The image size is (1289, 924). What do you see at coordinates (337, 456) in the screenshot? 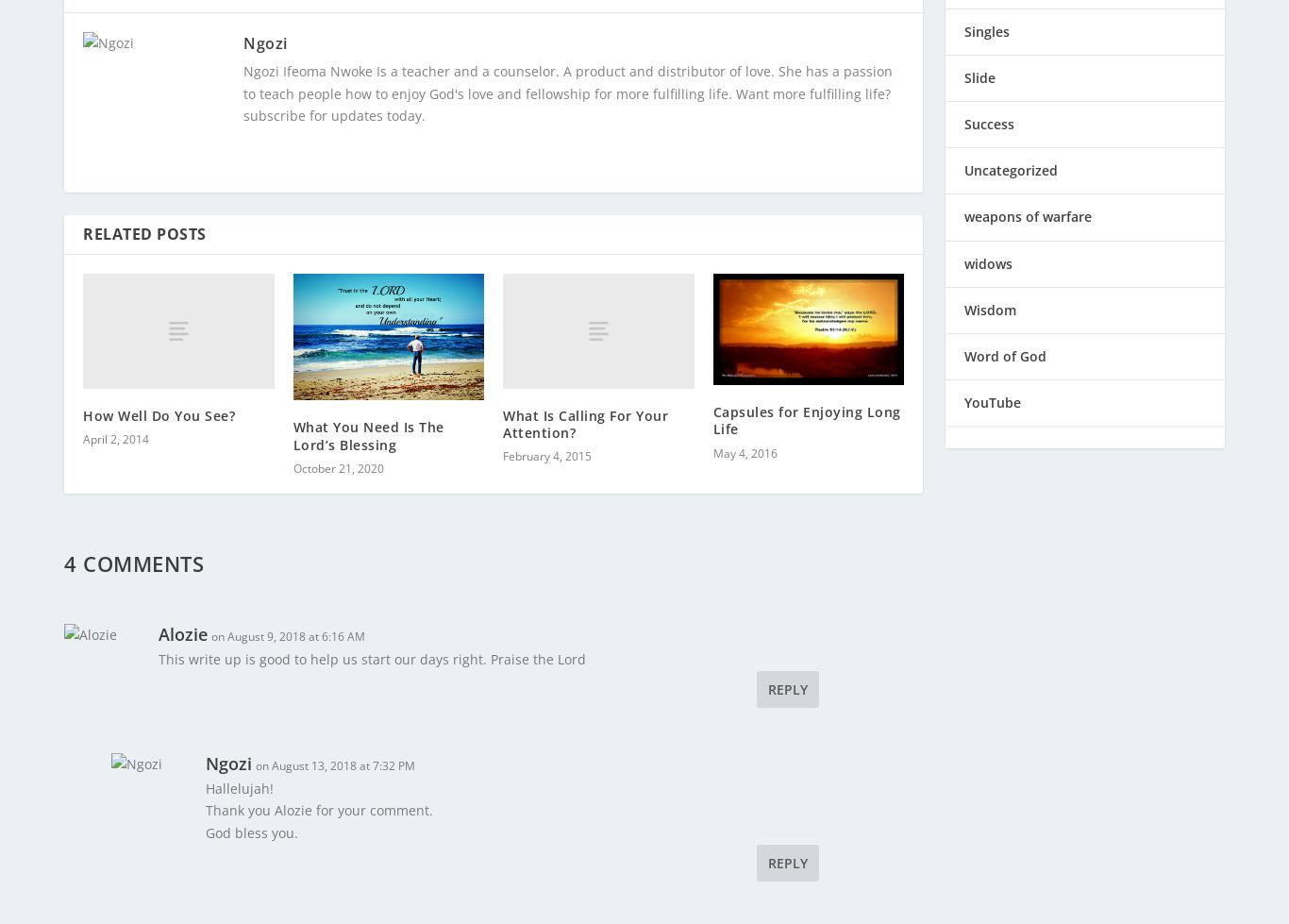
I see `'October 21, 2020'` at bounding box center [337, 456].